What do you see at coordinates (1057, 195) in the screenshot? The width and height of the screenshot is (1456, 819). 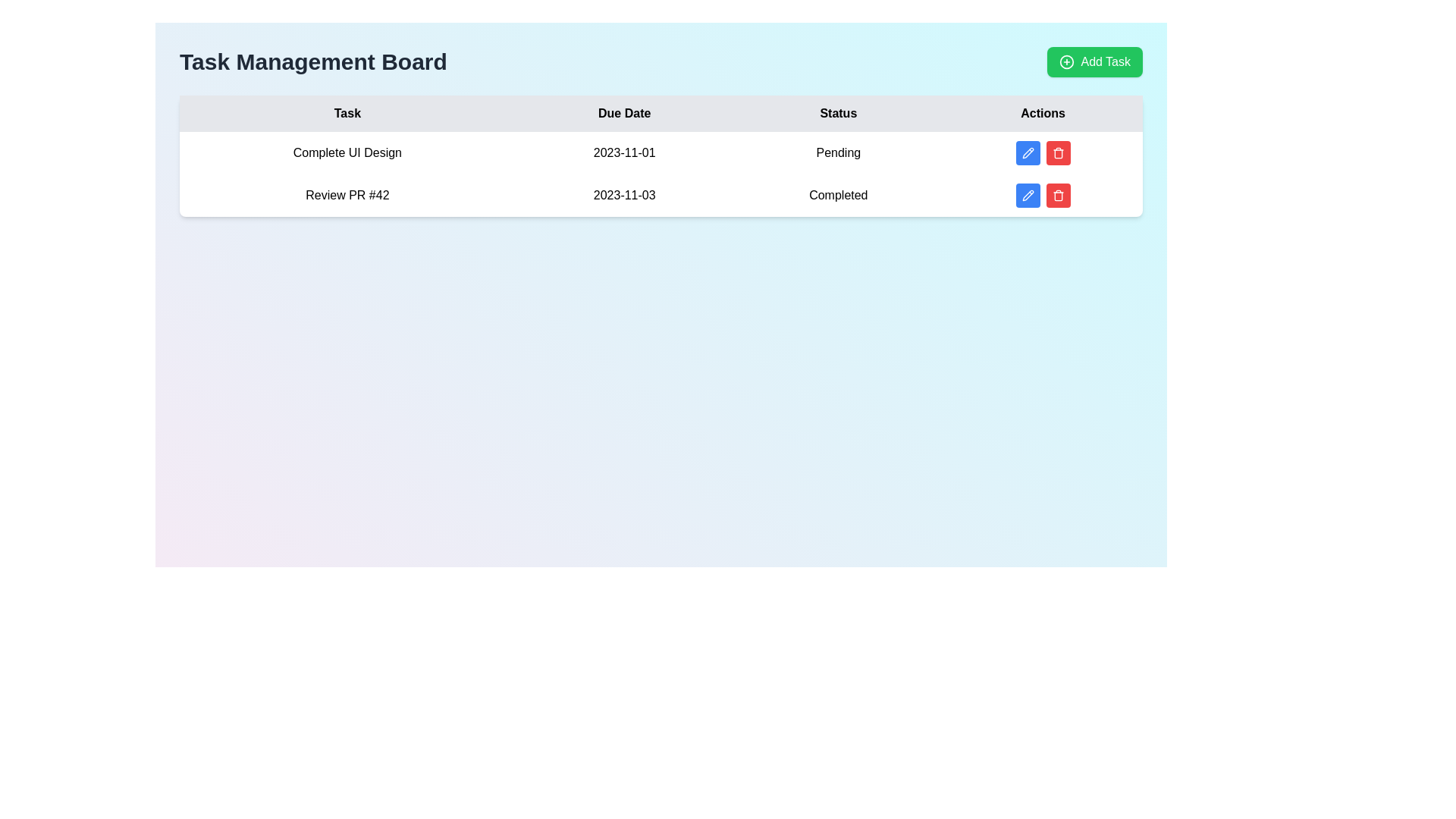 I see `the small red trash can icon located in the 'Actions' column of the table row to initiate a deletion action` at bounding box center [1057, 195].